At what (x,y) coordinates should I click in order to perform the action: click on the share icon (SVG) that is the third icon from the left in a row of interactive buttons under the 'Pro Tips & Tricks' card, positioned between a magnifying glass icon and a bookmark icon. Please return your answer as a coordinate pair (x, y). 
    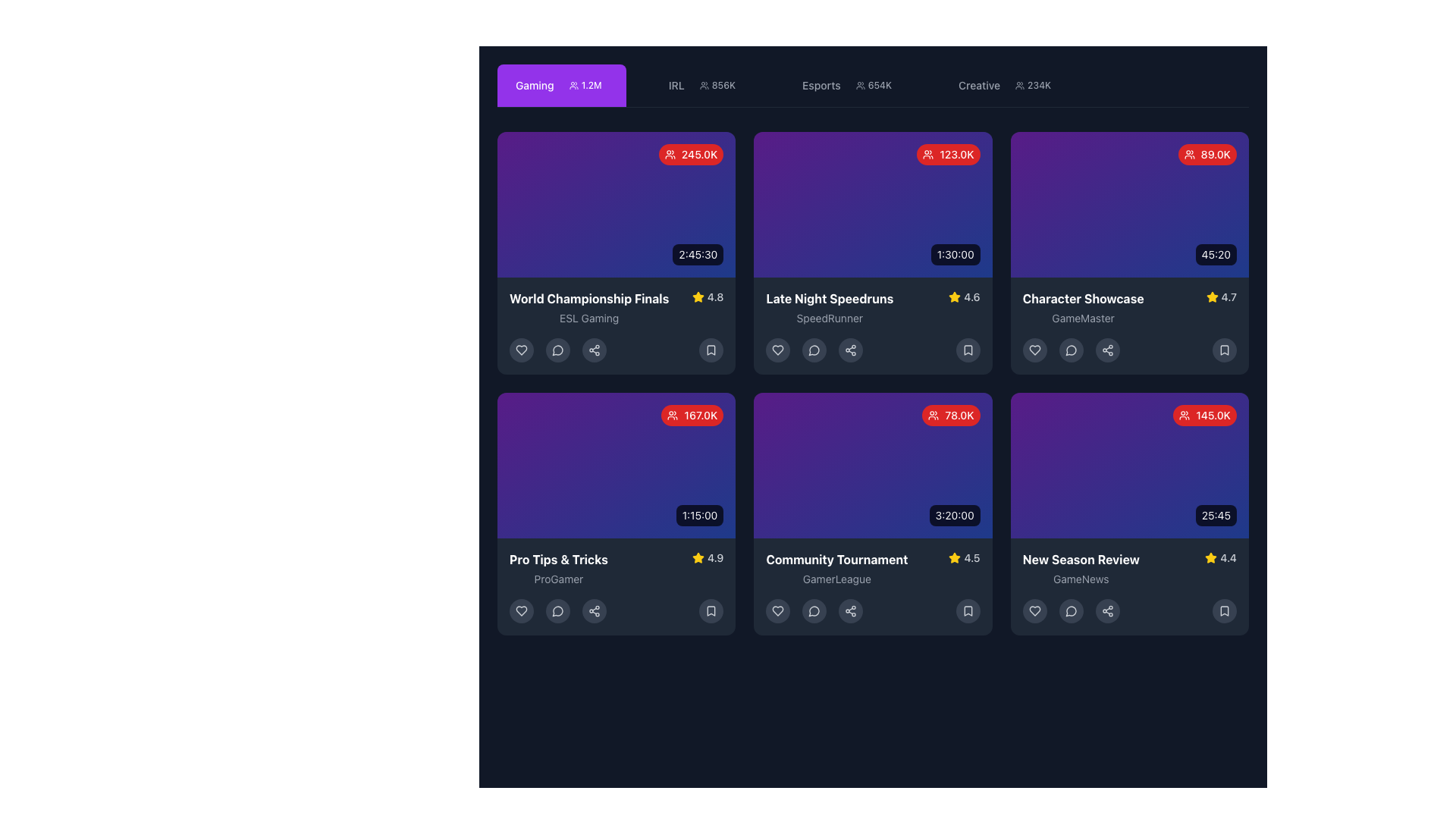
    Looking at the image, I should click on (593, 610).